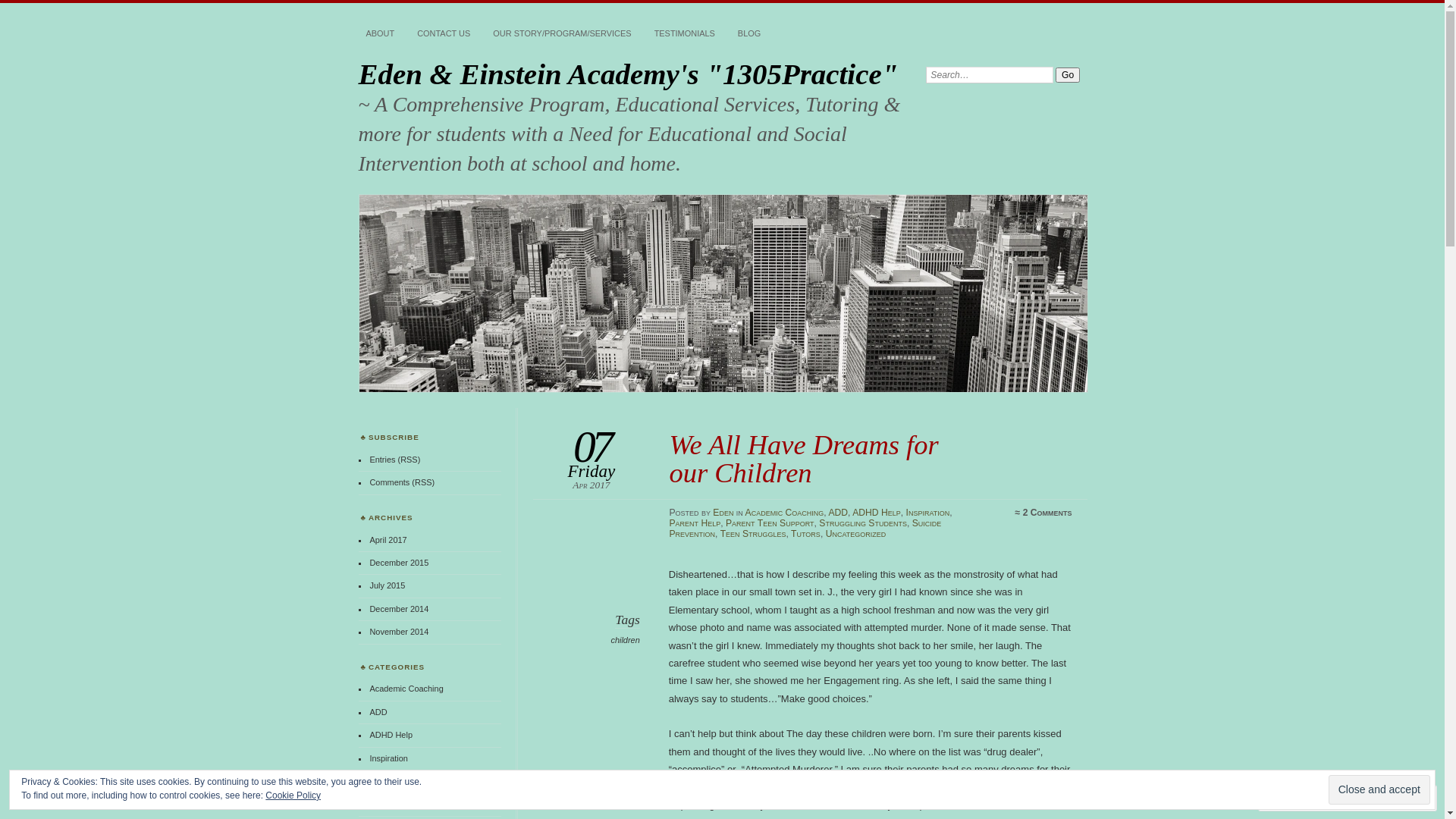  What do you see at coordinates (927, 512) in the screenshot?
I see `'Inspiration'` at bounding box center [927, 512].